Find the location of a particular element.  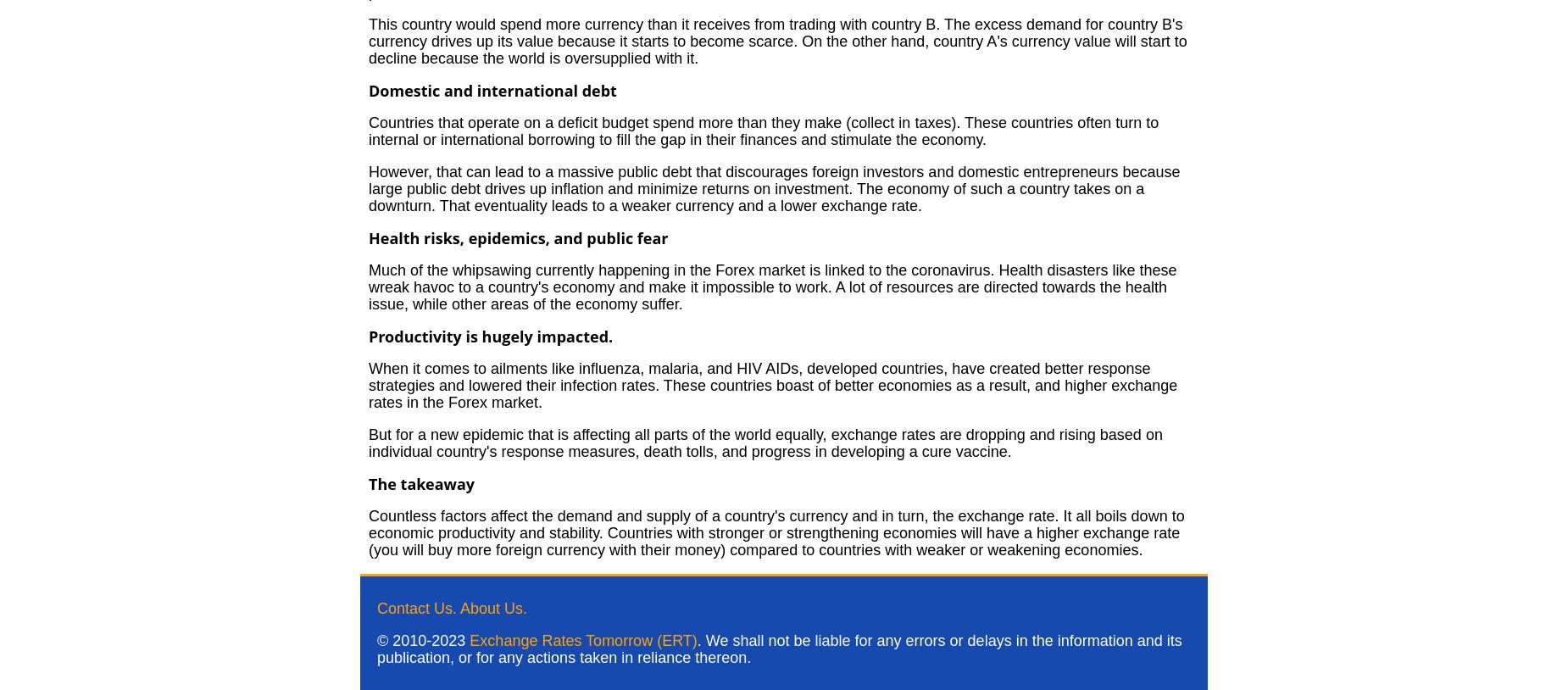

'Productivity is hugely impacted.' is located at coordinates (367, 336).